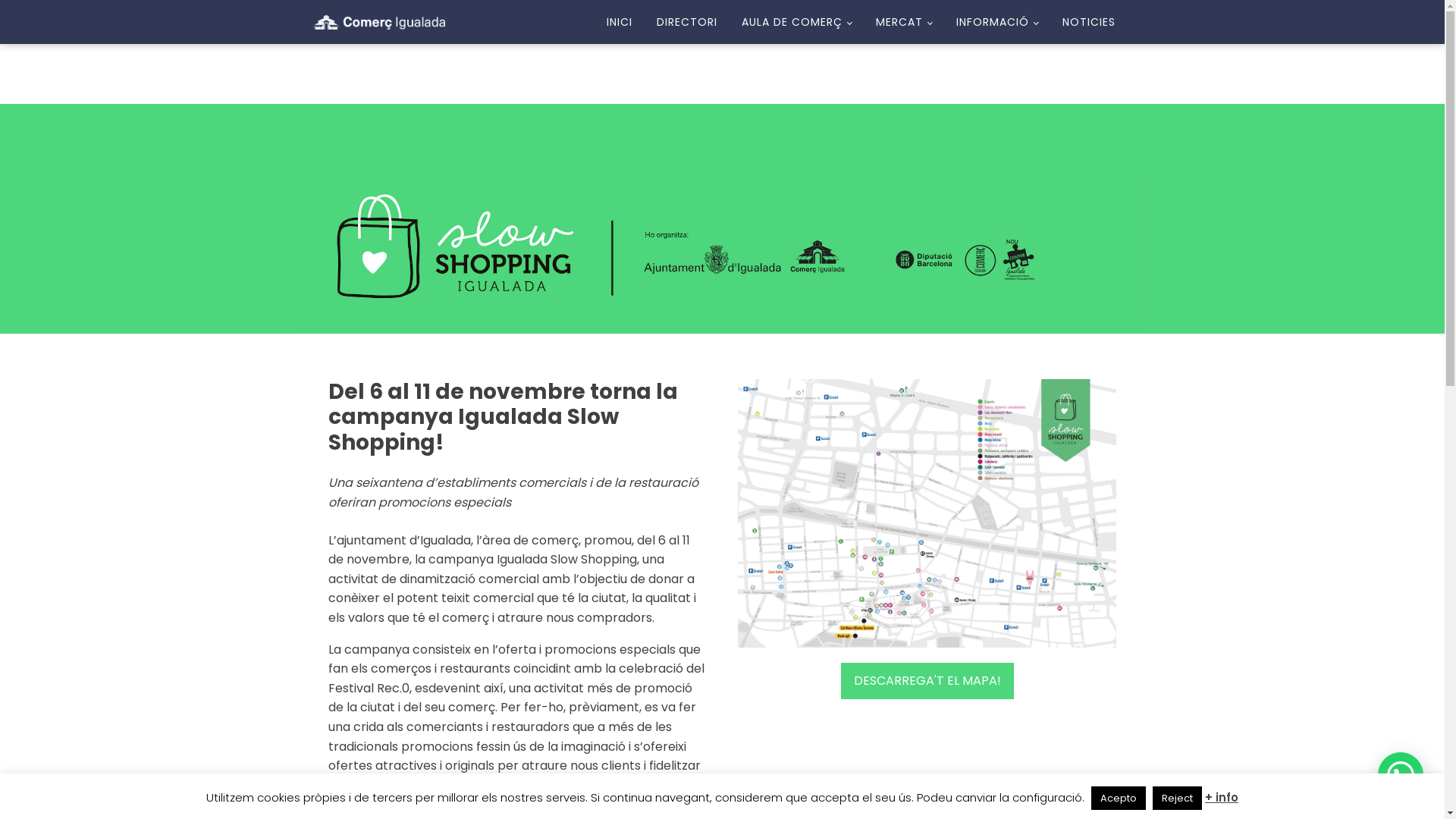 The height and width of the screenshot is (819, 1456). What do you see at coordinates (1176, 797) in the screenshot?
I see `'Reject'` at bounding box center [1176, 797].